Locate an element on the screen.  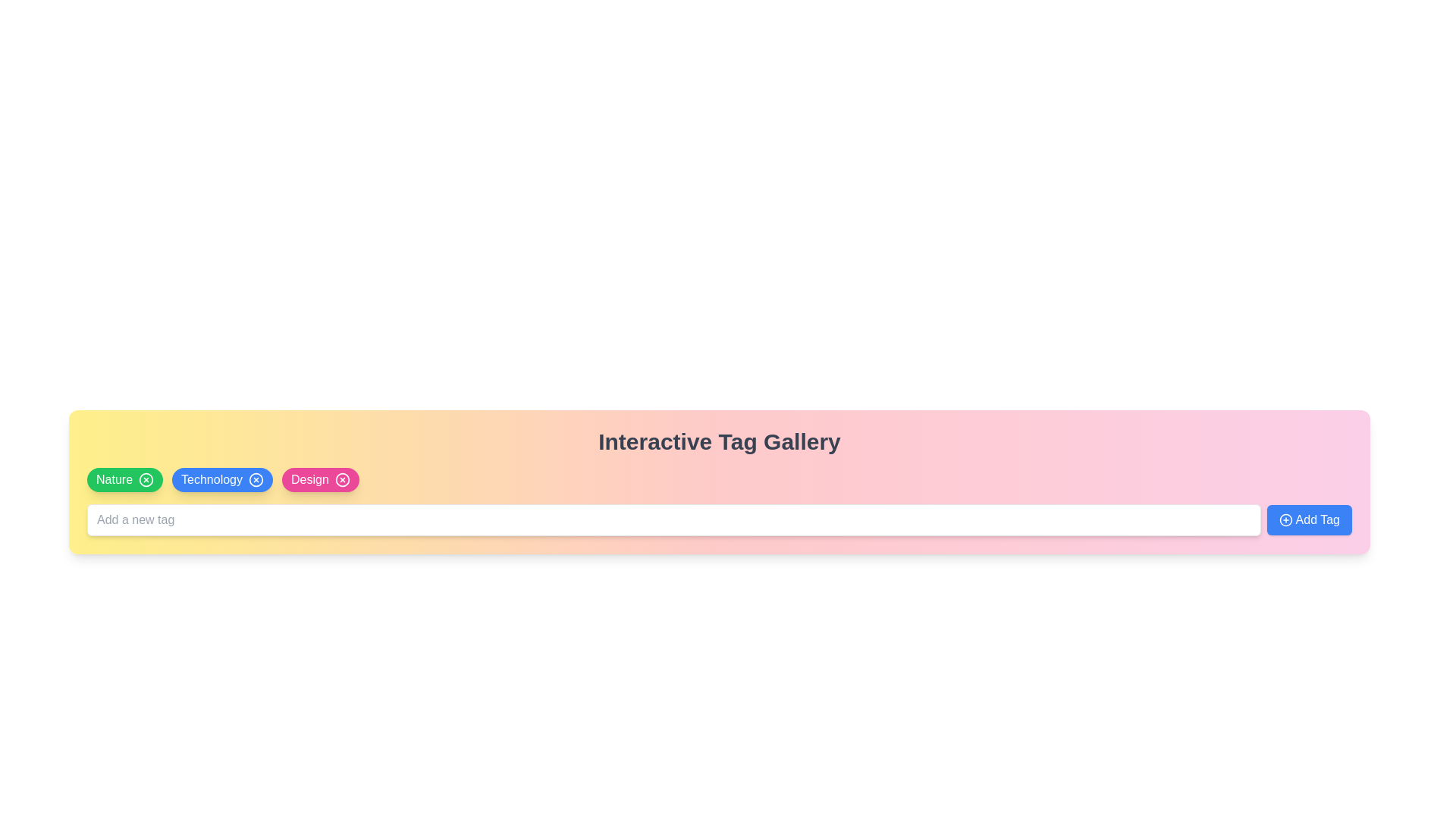
the 'Add Tag' button in the 'Interactive Tag Gallery' section, which allows users to submit new tags is located at coordinates (719, 519).